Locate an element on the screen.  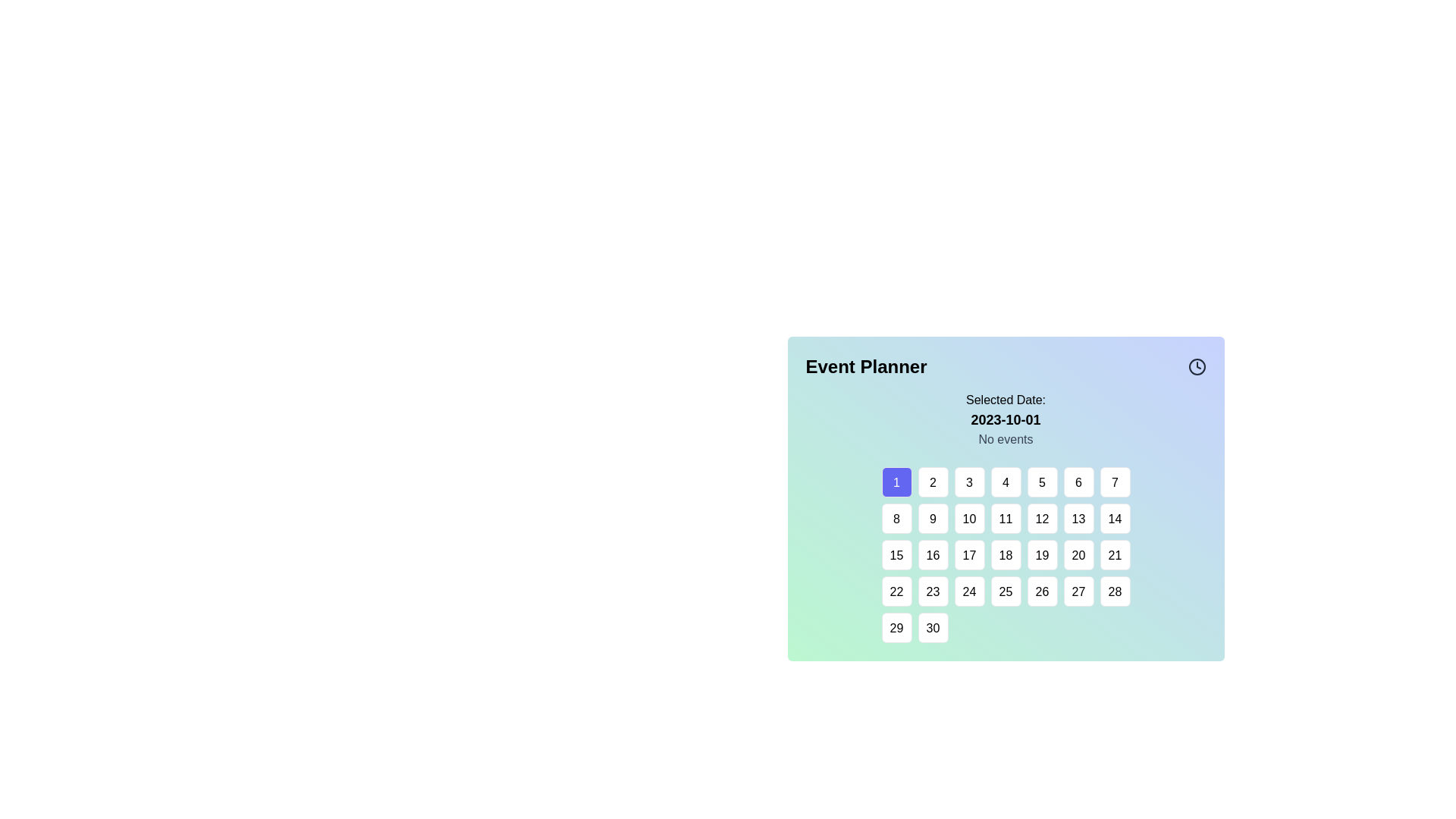
the first selectable day button in the calendar interface is located at coordinates (896, 482).